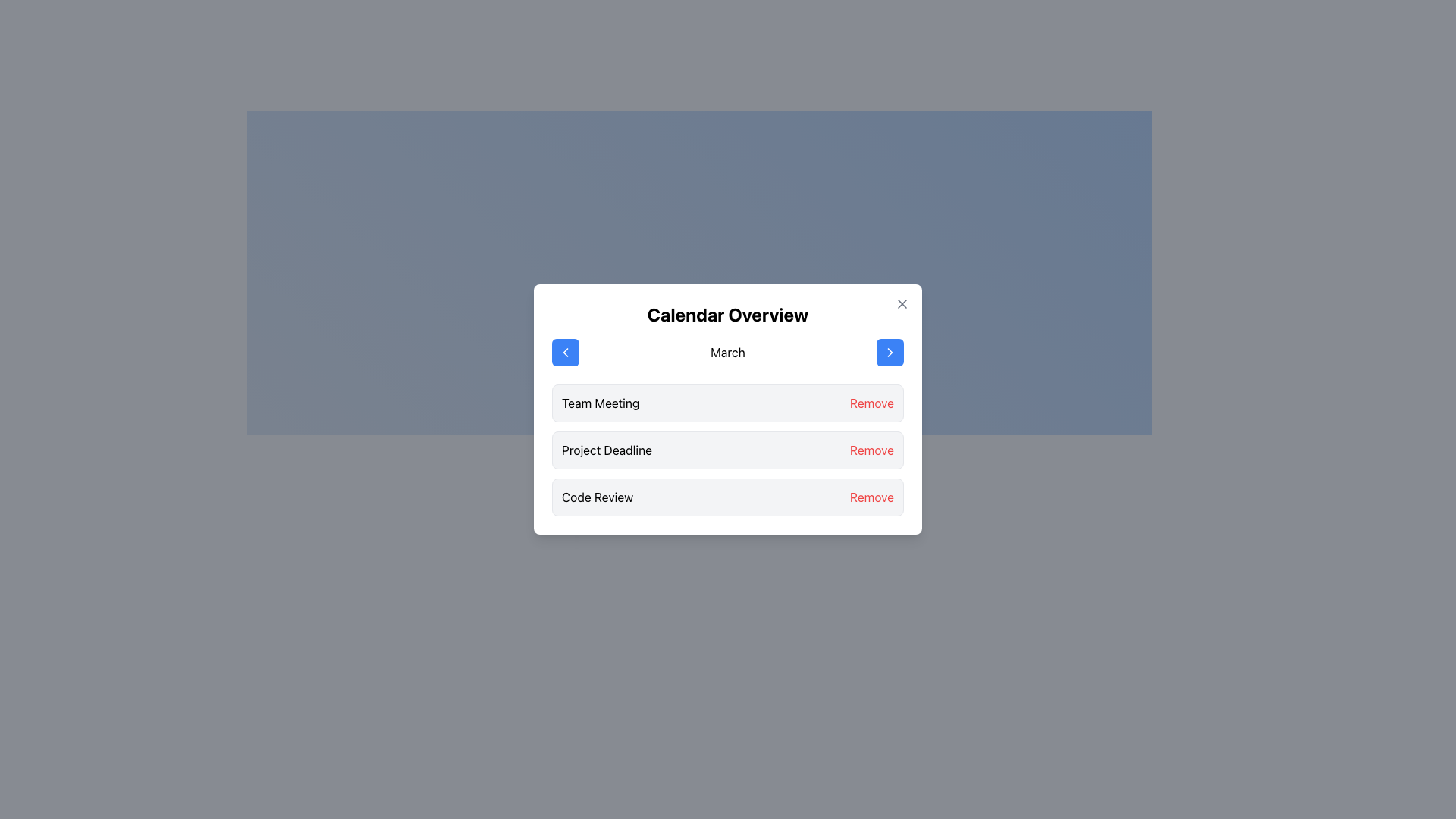 Image resolution: width=1456 pixels, height=819 pixels. What do you see at coordinates (871, 450) in the screenshot?
I see `the 'Remove' clickable text link adjacent to 'Project Deadline' to change its styling` at bounding box center [871, 450].